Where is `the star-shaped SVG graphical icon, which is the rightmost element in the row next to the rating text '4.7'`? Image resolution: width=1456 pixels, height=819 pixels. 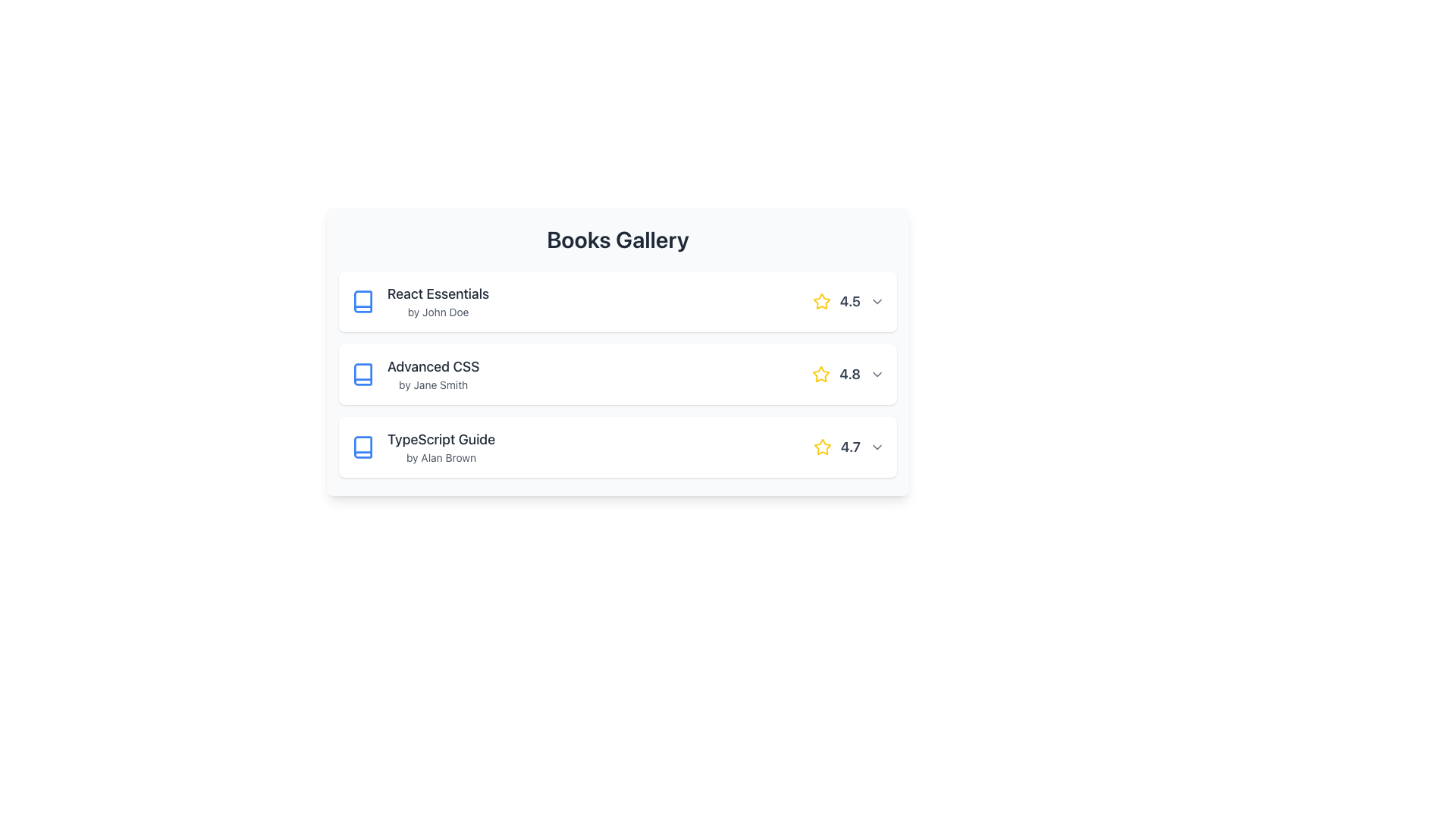 the star-shaped SVG graphical icon, which is the rightmost element in the row next to the rating text '4.7' is located at coordinates (821, 446).